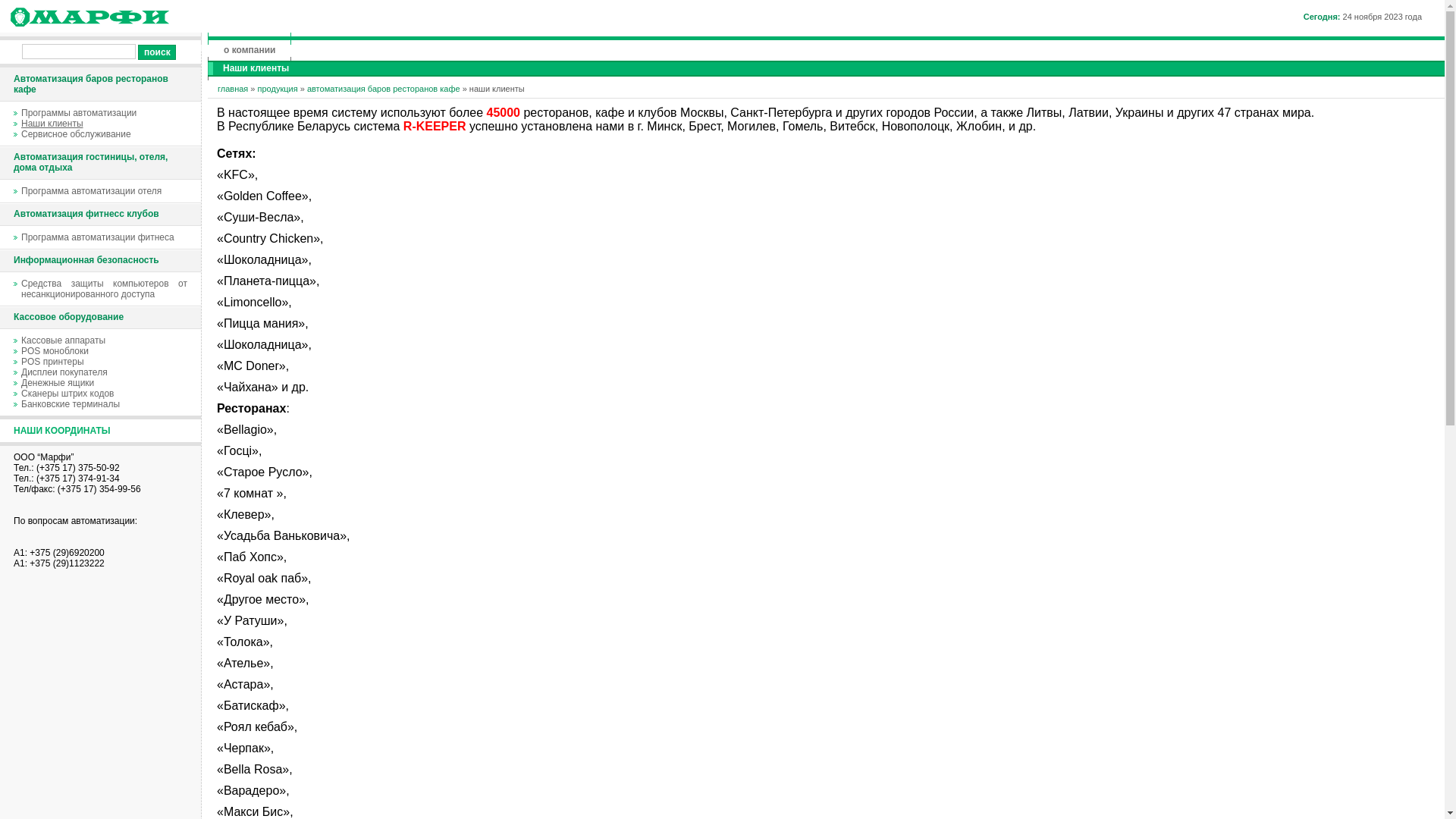 The image size is (1456, 819). I want to click on 'R-KEEPER', so click(403, 125).